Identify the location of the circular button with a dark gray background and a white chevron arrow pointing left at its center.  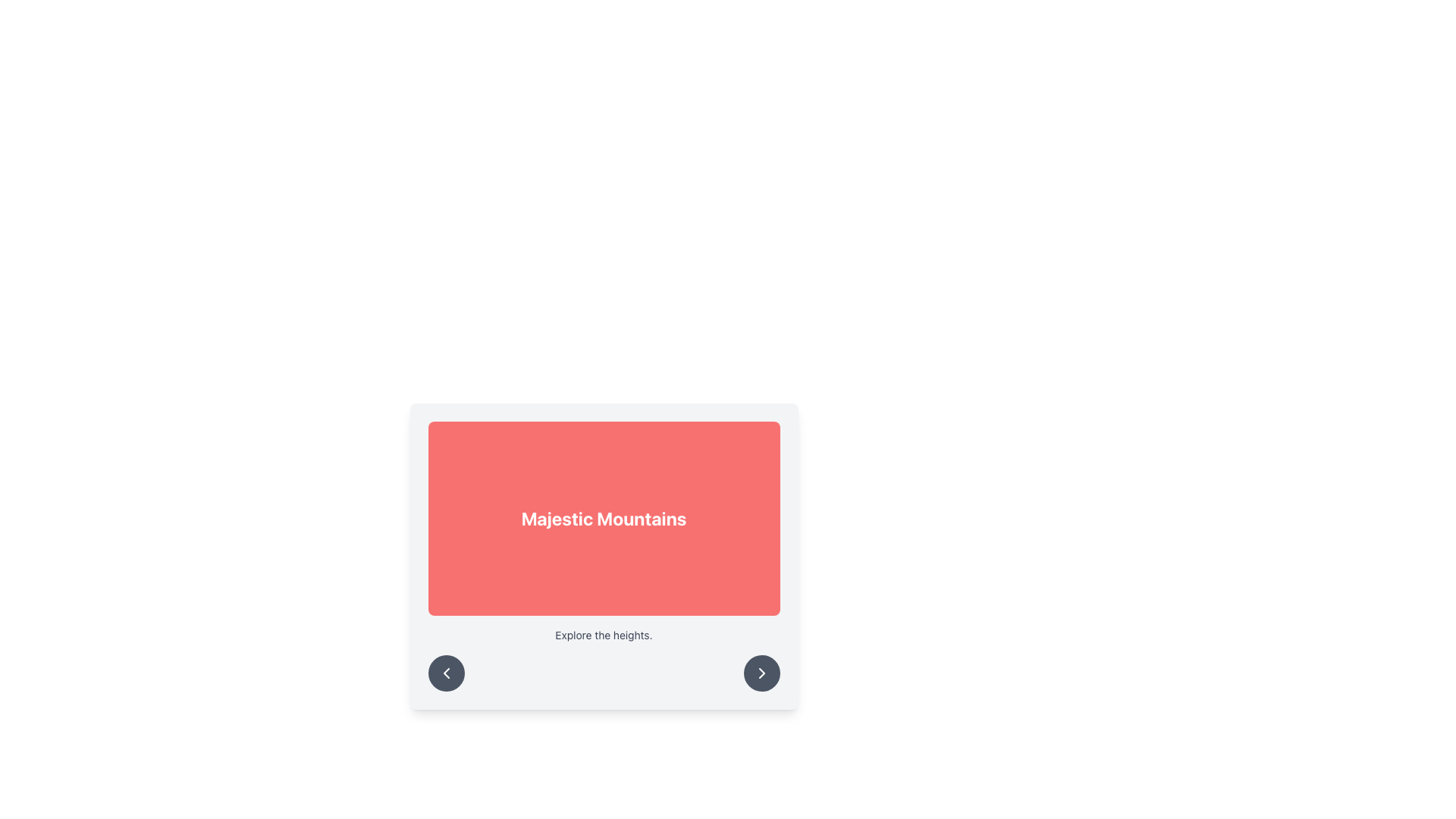
(445, 672).